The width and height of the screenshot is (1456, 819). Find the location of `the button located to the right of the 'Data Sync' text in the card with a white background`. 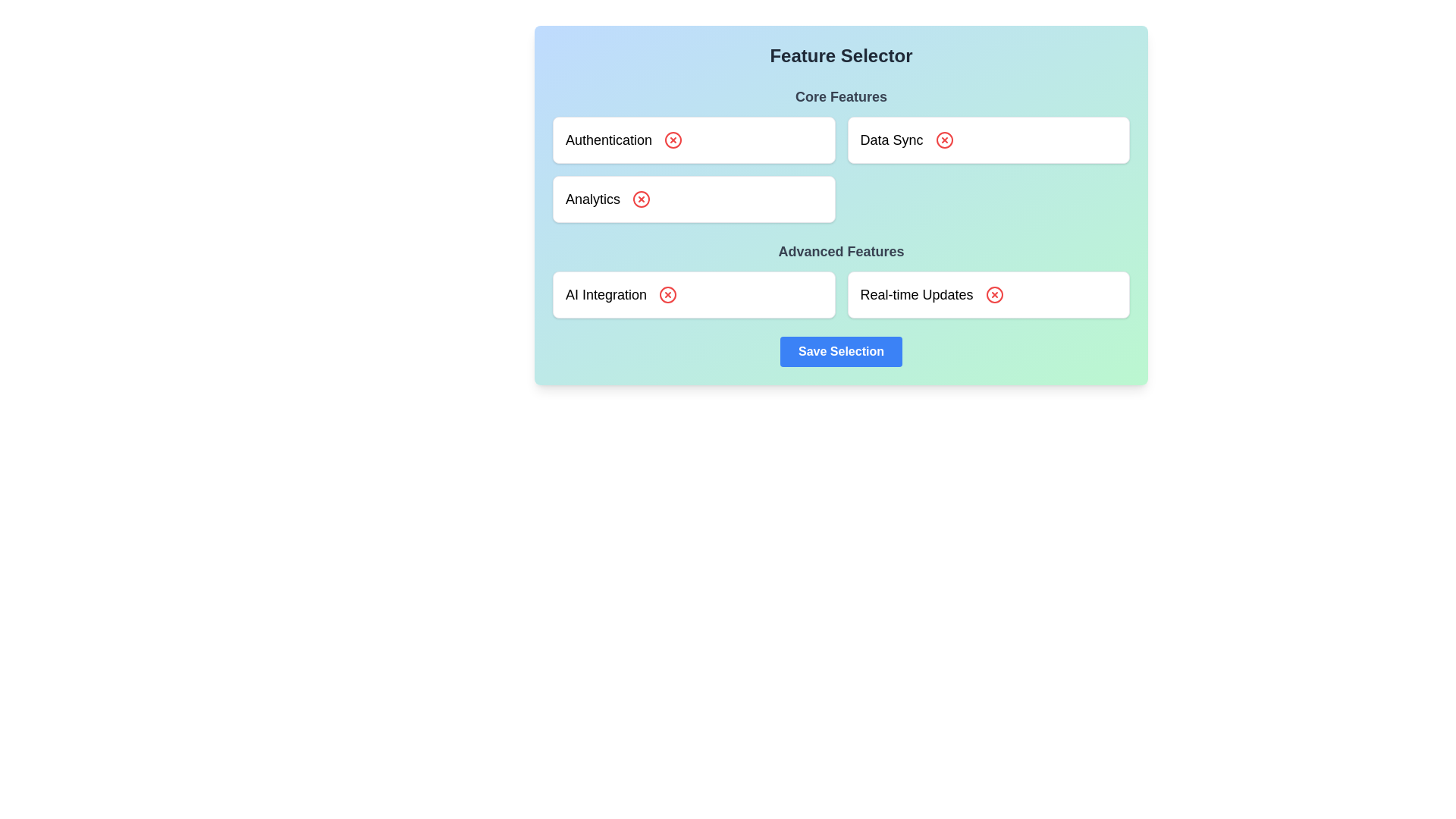

the button located to the right of the 'Data Sync' text in the card with a white background is located at coordinates (943, 140).